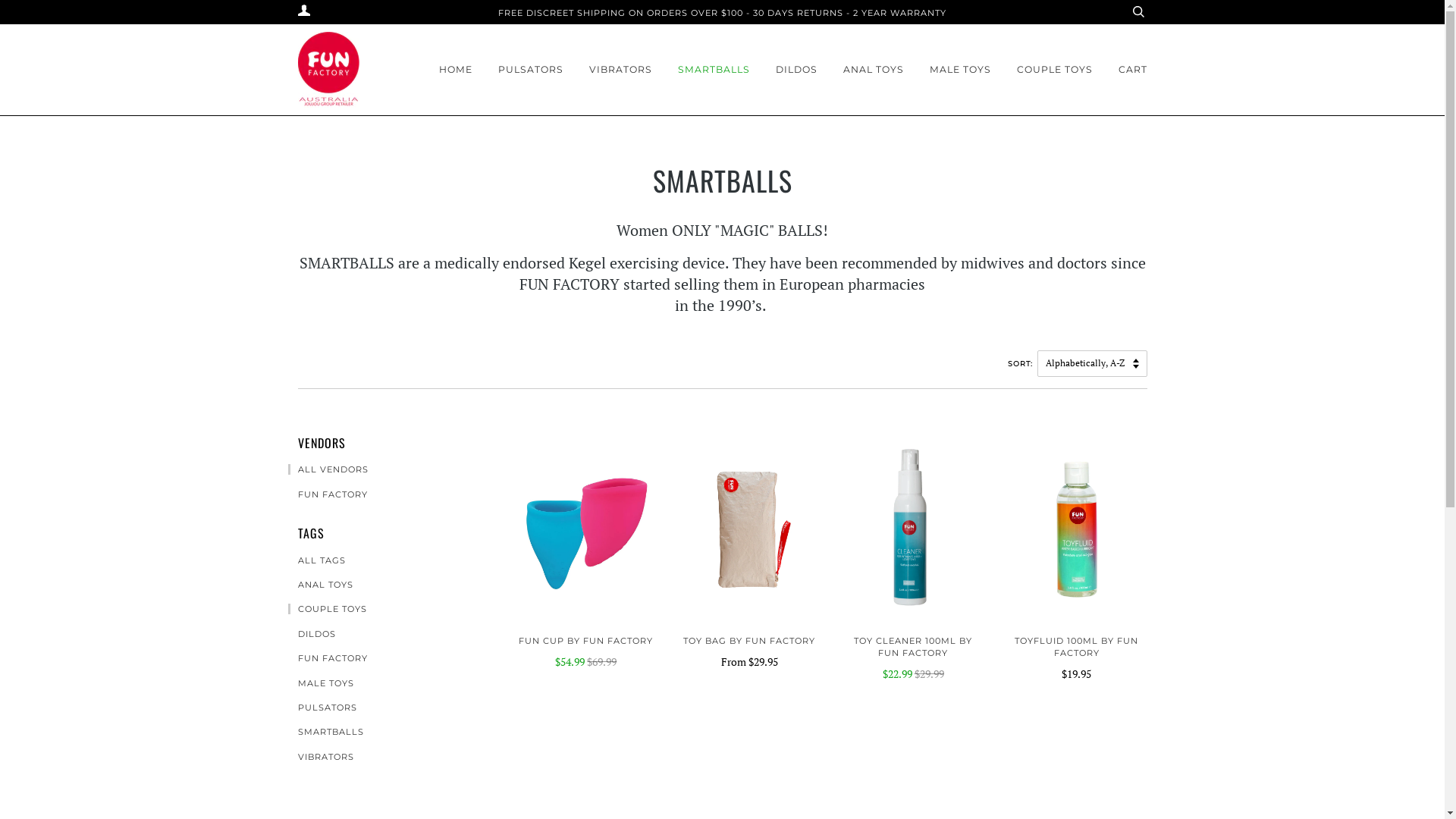  Describe the element at coordinates (320, 683) in the screenshot. I see `'MALE TOYS'` at that location.